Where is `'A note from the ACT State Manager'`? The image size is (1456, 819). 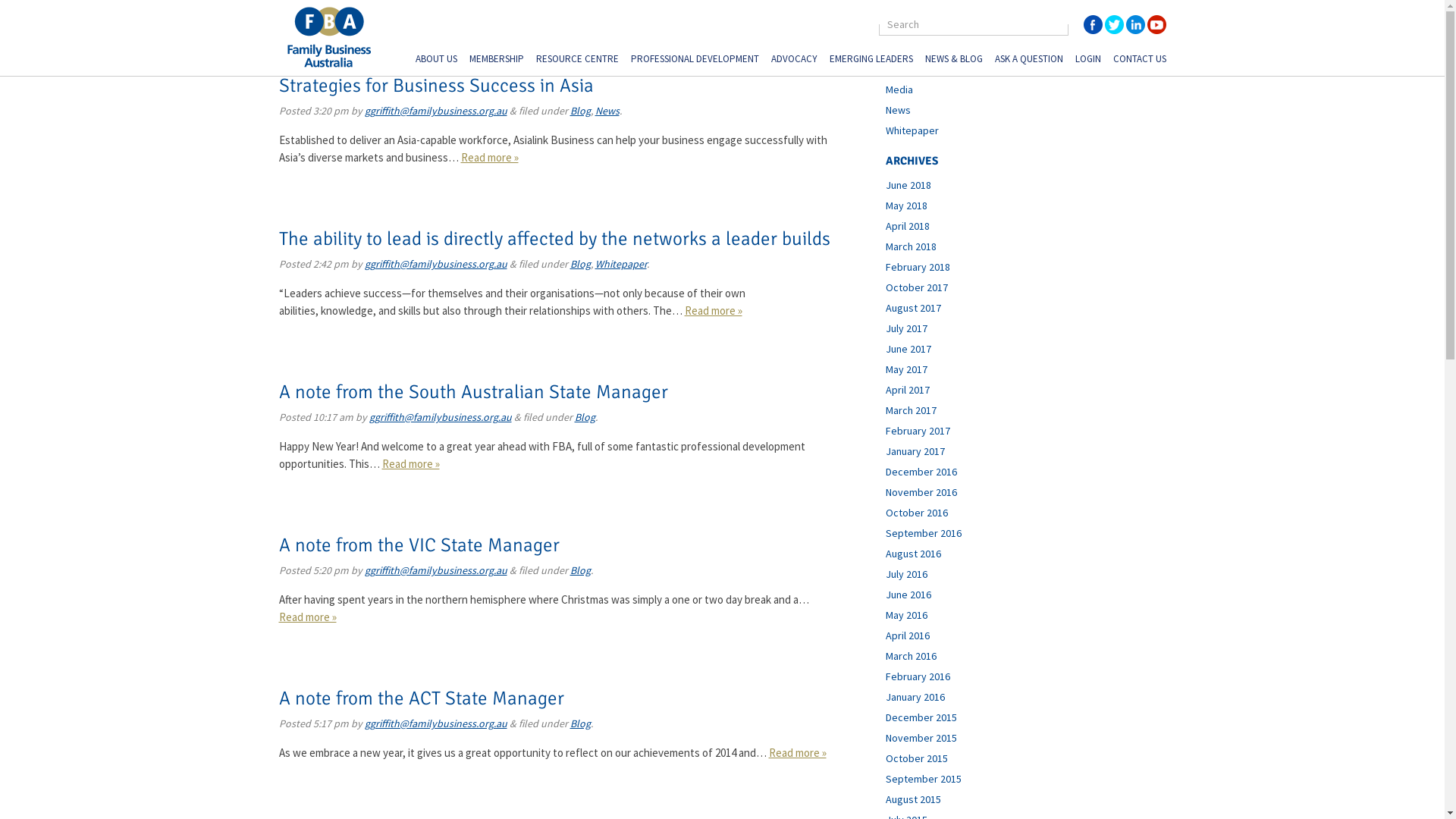
'A note from the ACT State Manager' is located at coordinates (422, 698).